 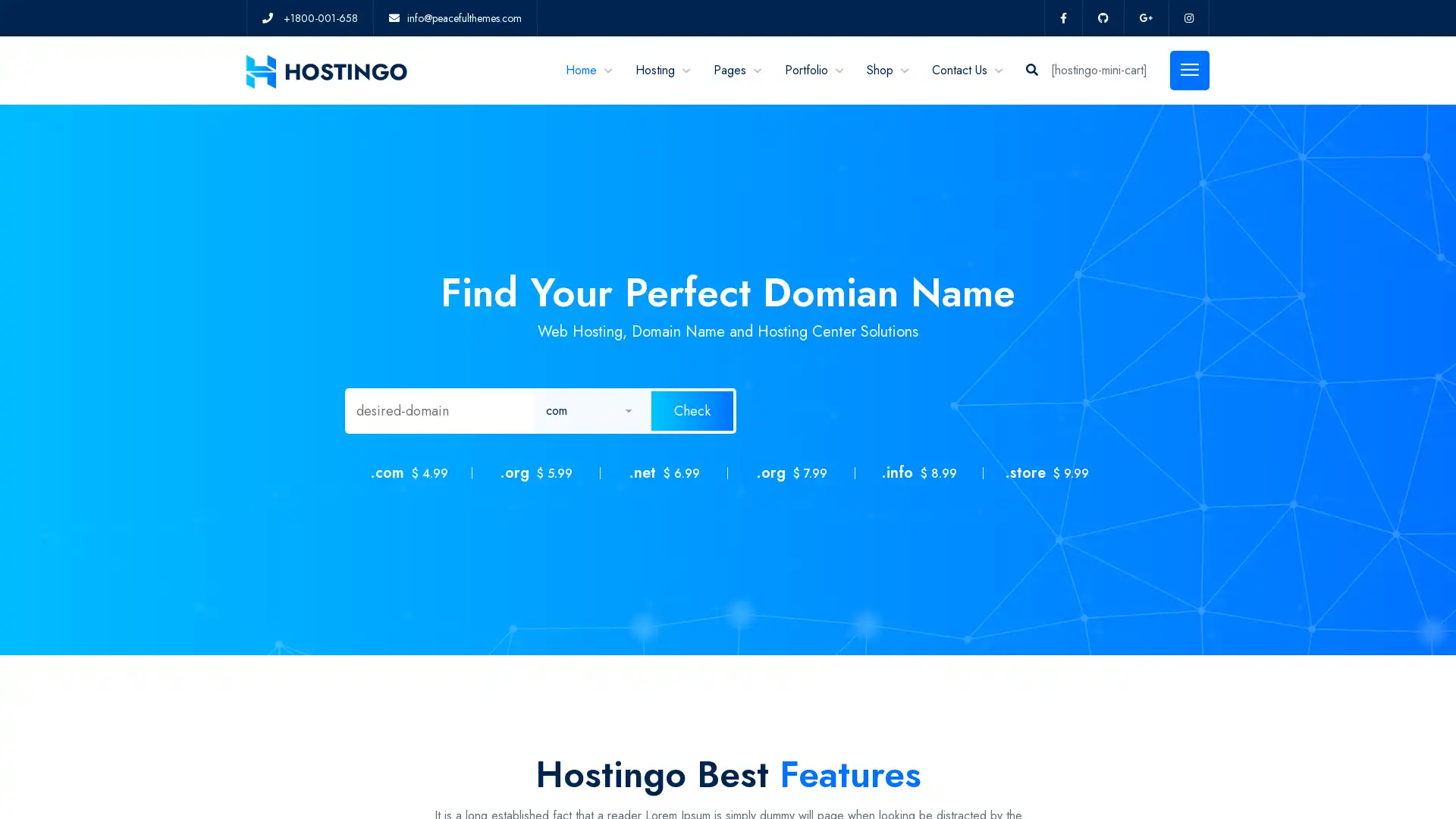 I want to click on check, so click(x=691, y=411).